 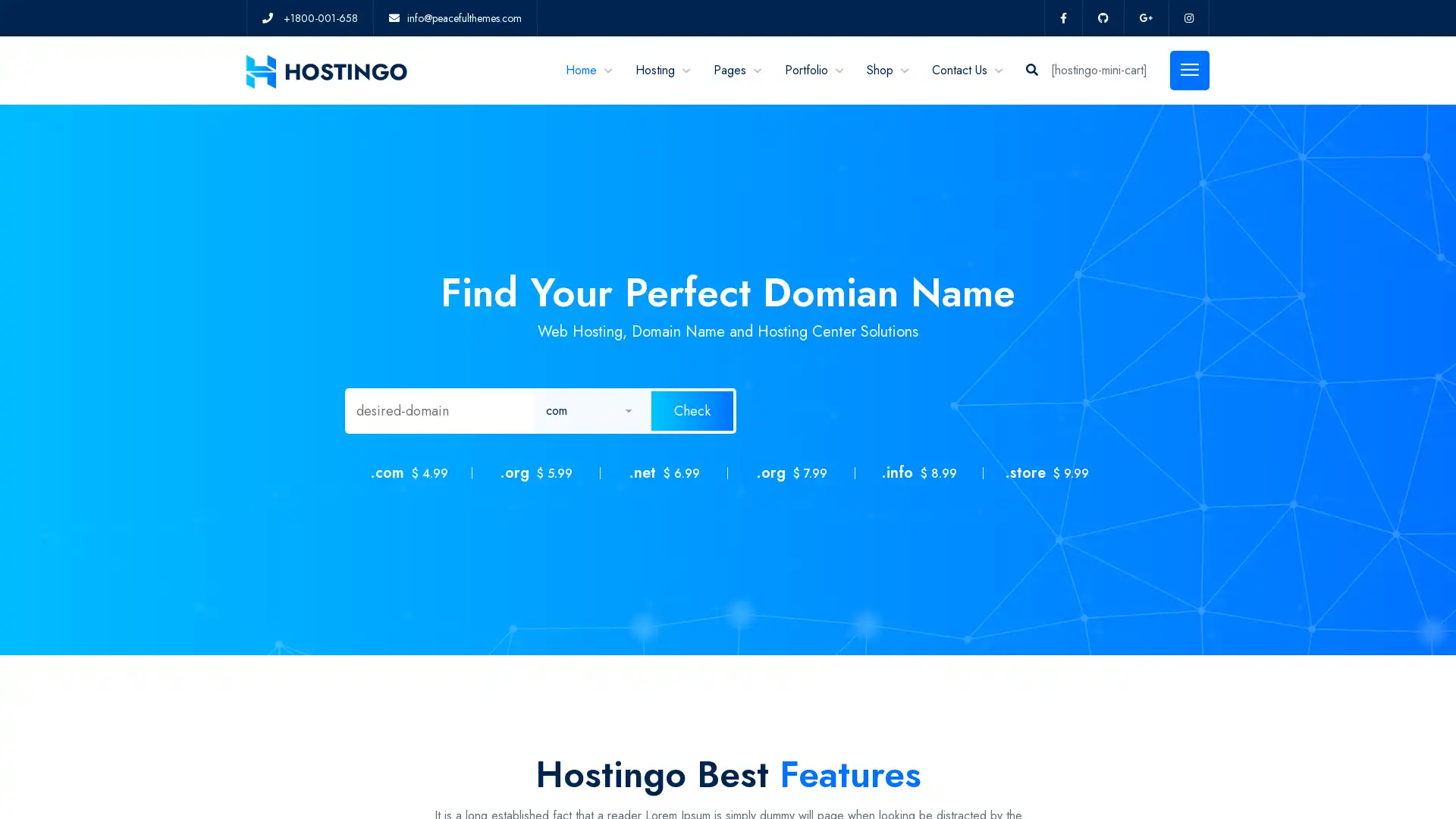 I want to click on check, so click(x=691, y=411).